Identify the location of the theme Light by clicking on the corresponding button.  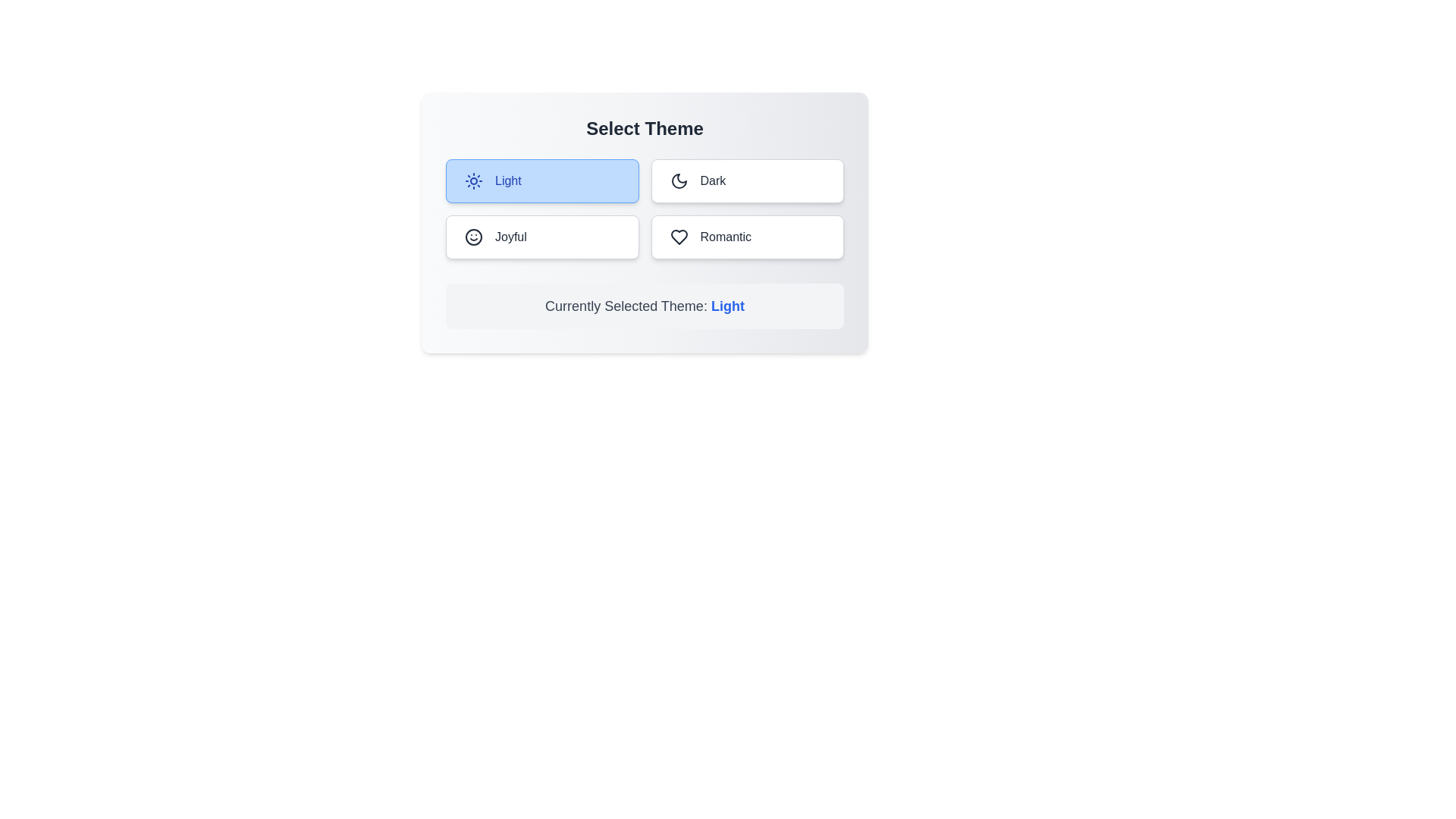
(542, 180).